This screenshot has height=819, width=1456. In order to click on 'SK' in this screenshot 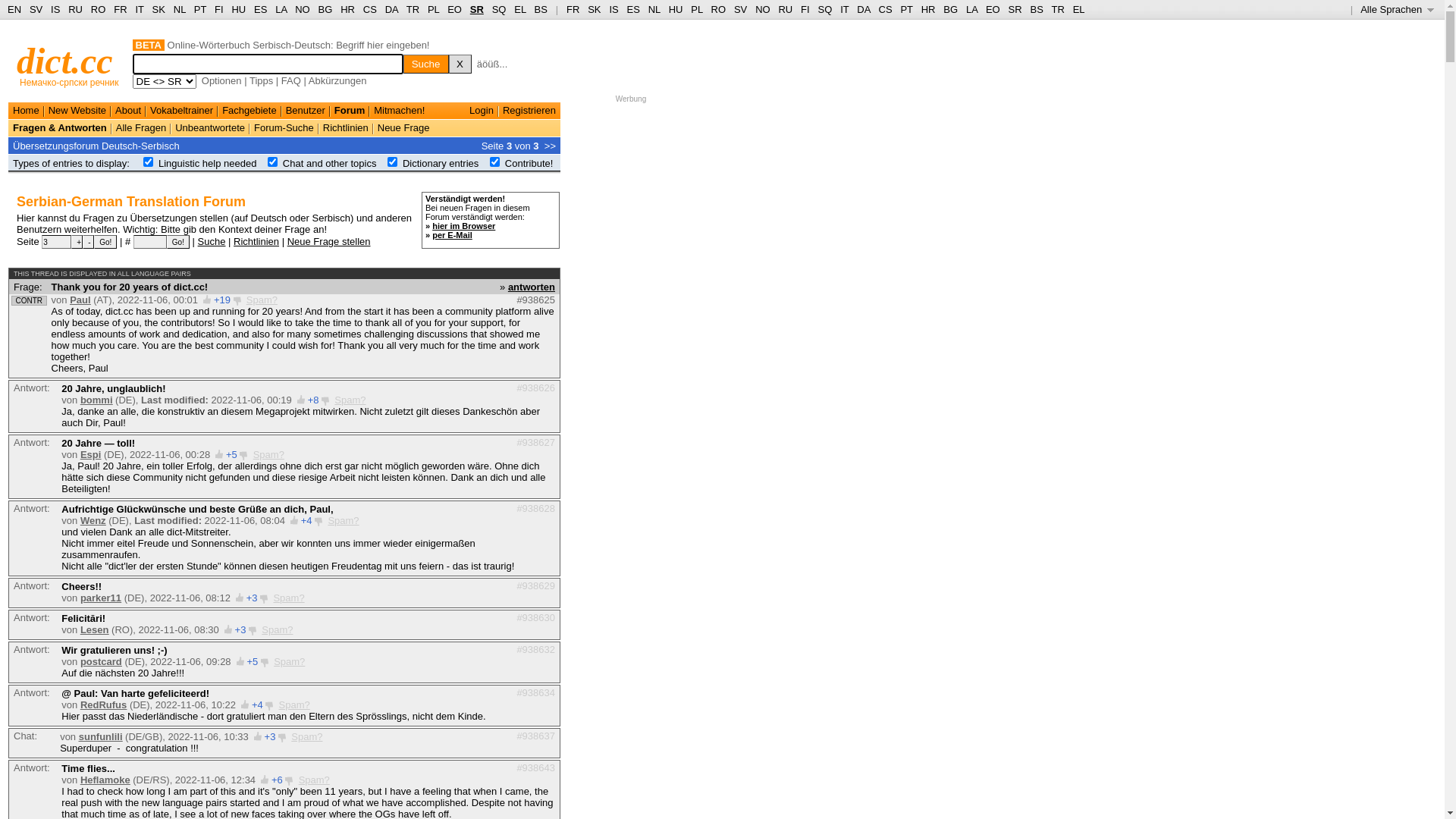, I will do `click(593, 9)`.